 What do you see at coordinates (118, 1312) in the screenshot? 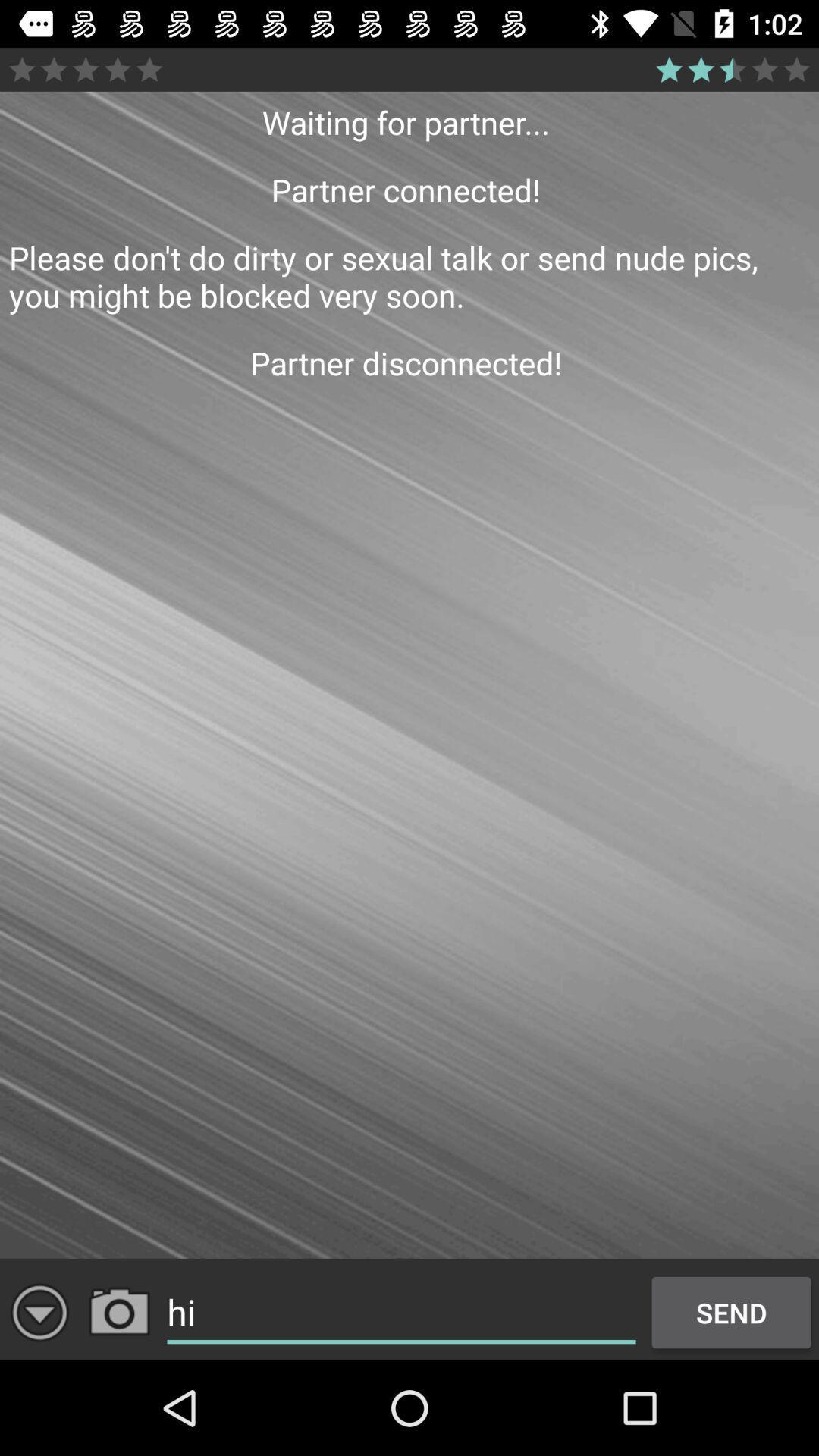
I see `the photo icon` at bounding box center [118, 1312].